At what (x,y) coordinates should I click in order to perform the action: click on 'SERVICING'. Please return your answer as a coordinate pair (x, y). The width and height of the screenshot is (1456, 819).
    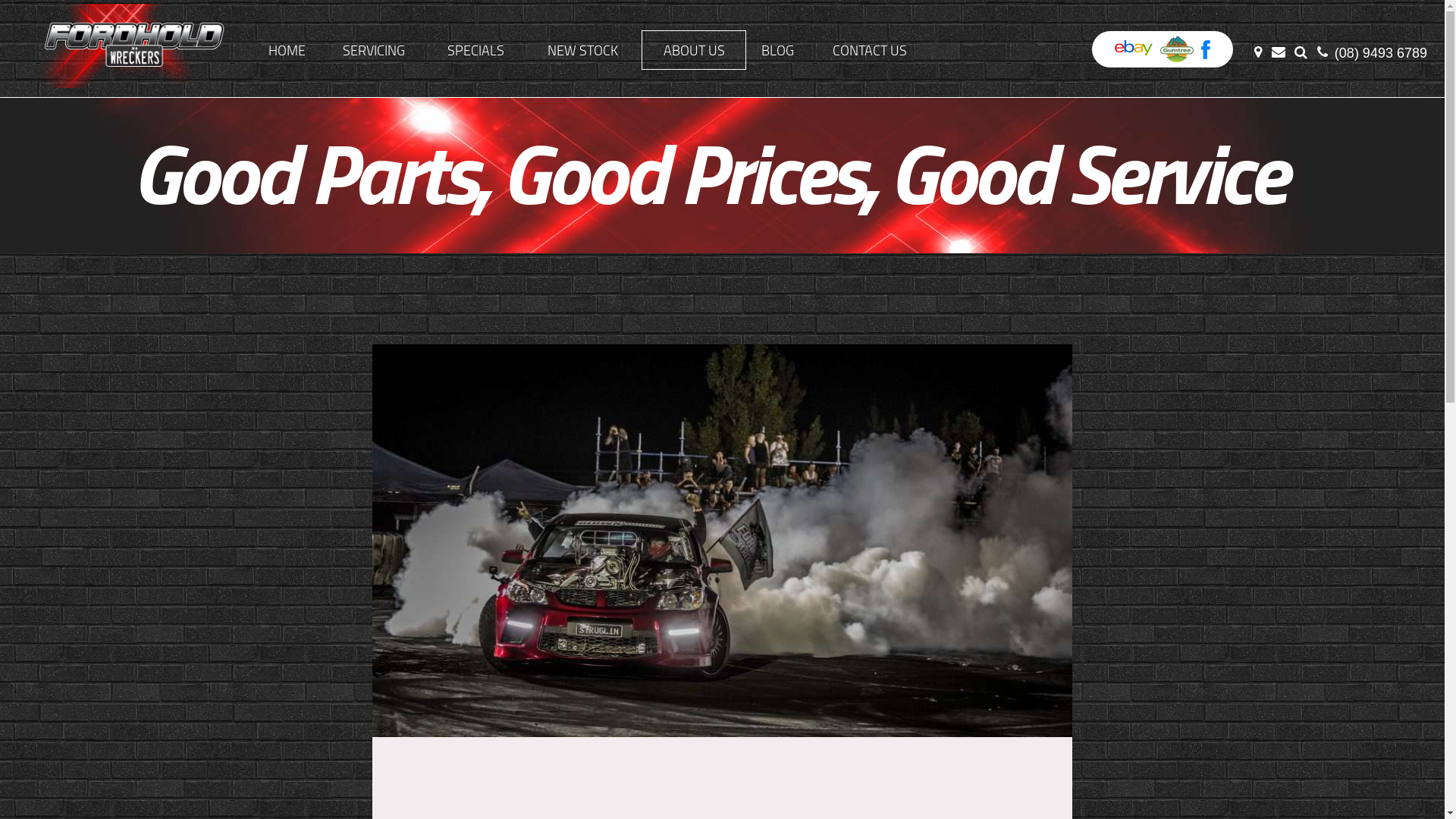
    Looking at the image, I should click on (374, 49).